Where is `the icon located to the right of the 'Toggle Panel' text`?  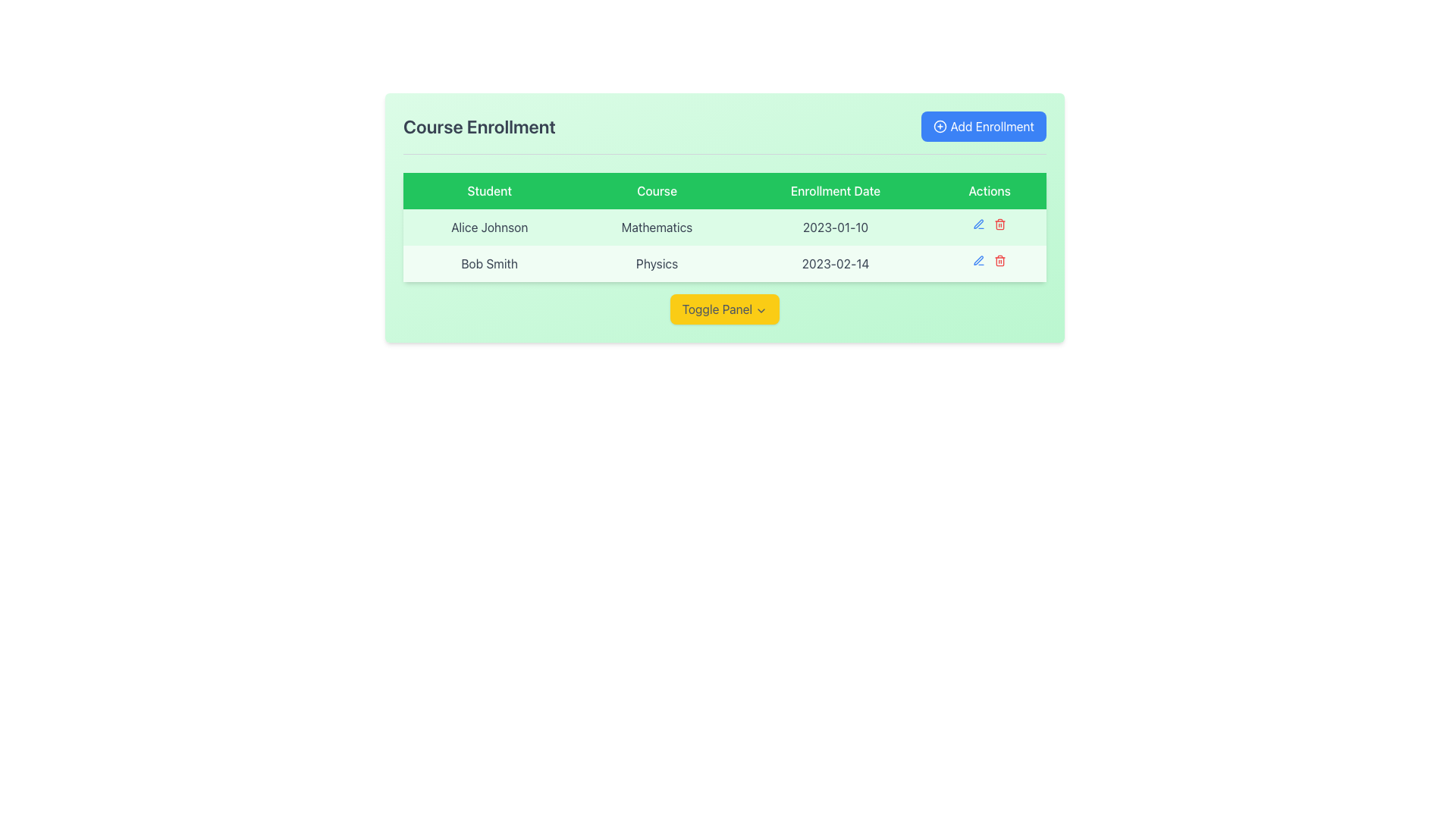 the icon located to the right of the 'Toggle Panel' text is located at coordinates (761, 309).